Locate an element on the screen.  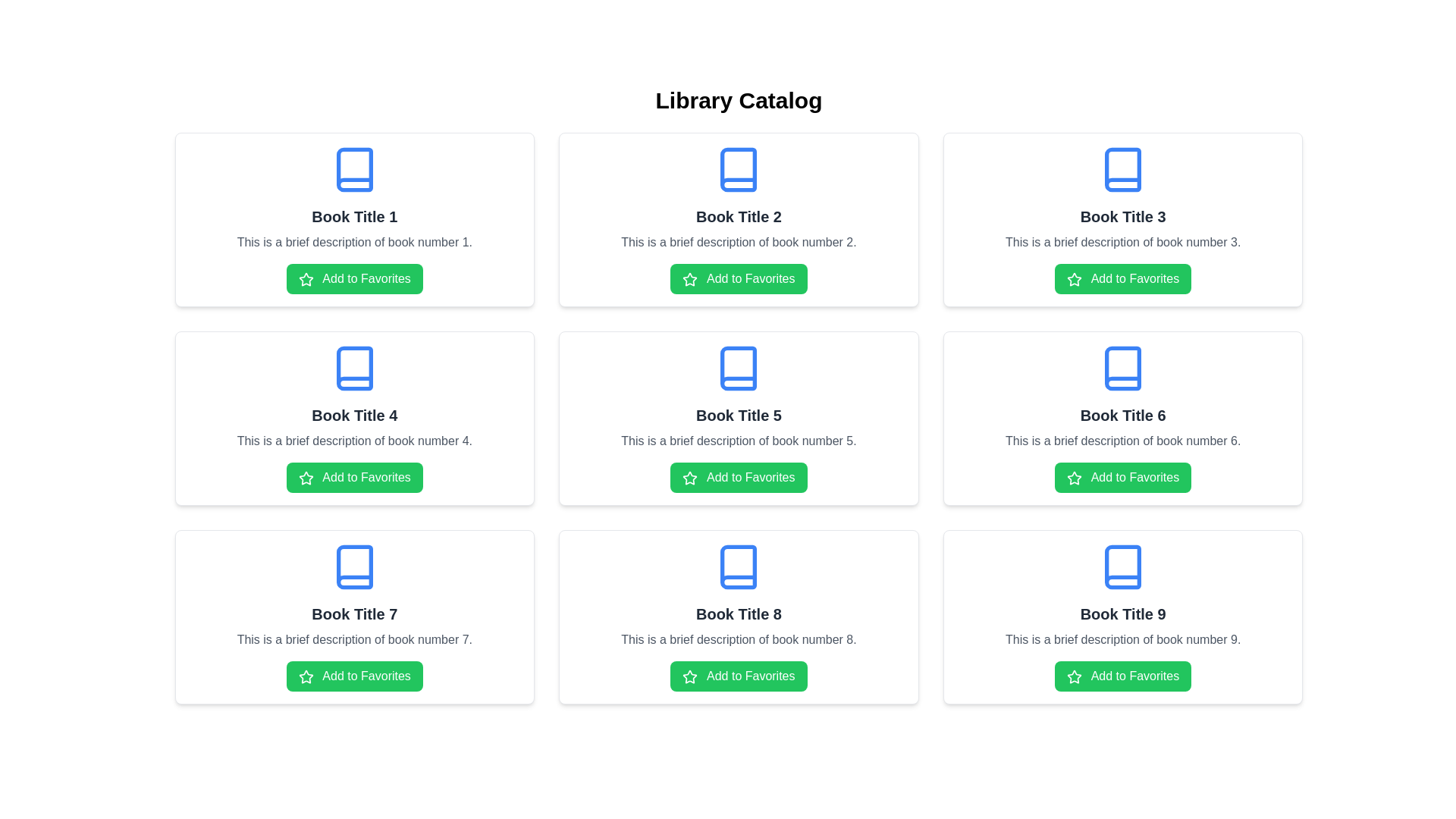
the star icon within the green 'Add to Favorites' button located in the second card from the left, corresponding to 'Book Title 3', to rate it is located at coordinates (1074, 279).